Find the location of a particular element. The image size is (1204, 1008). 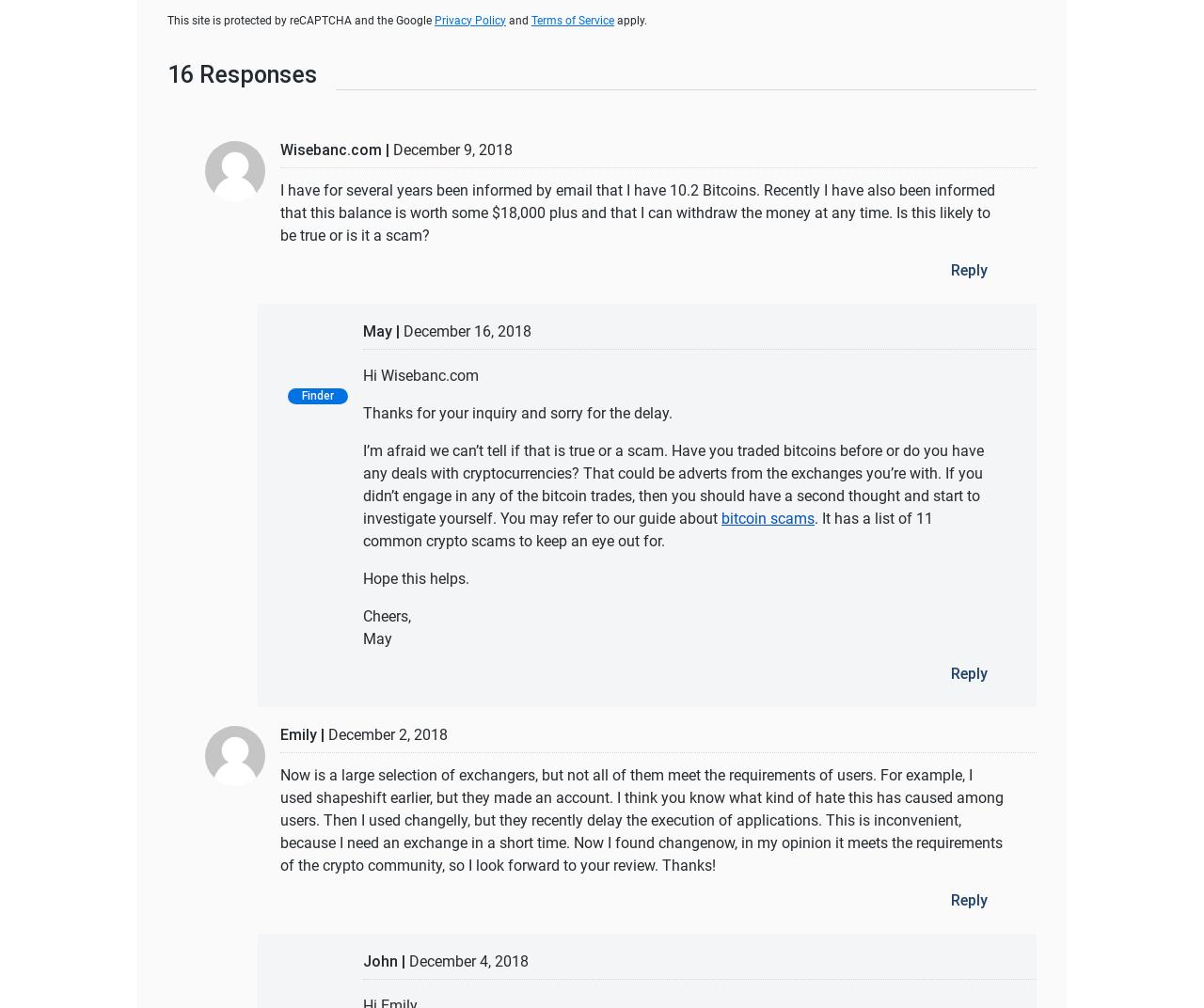

'This site is protected by reCAPTCHA and the Google' is located at coordinates (301, 19).